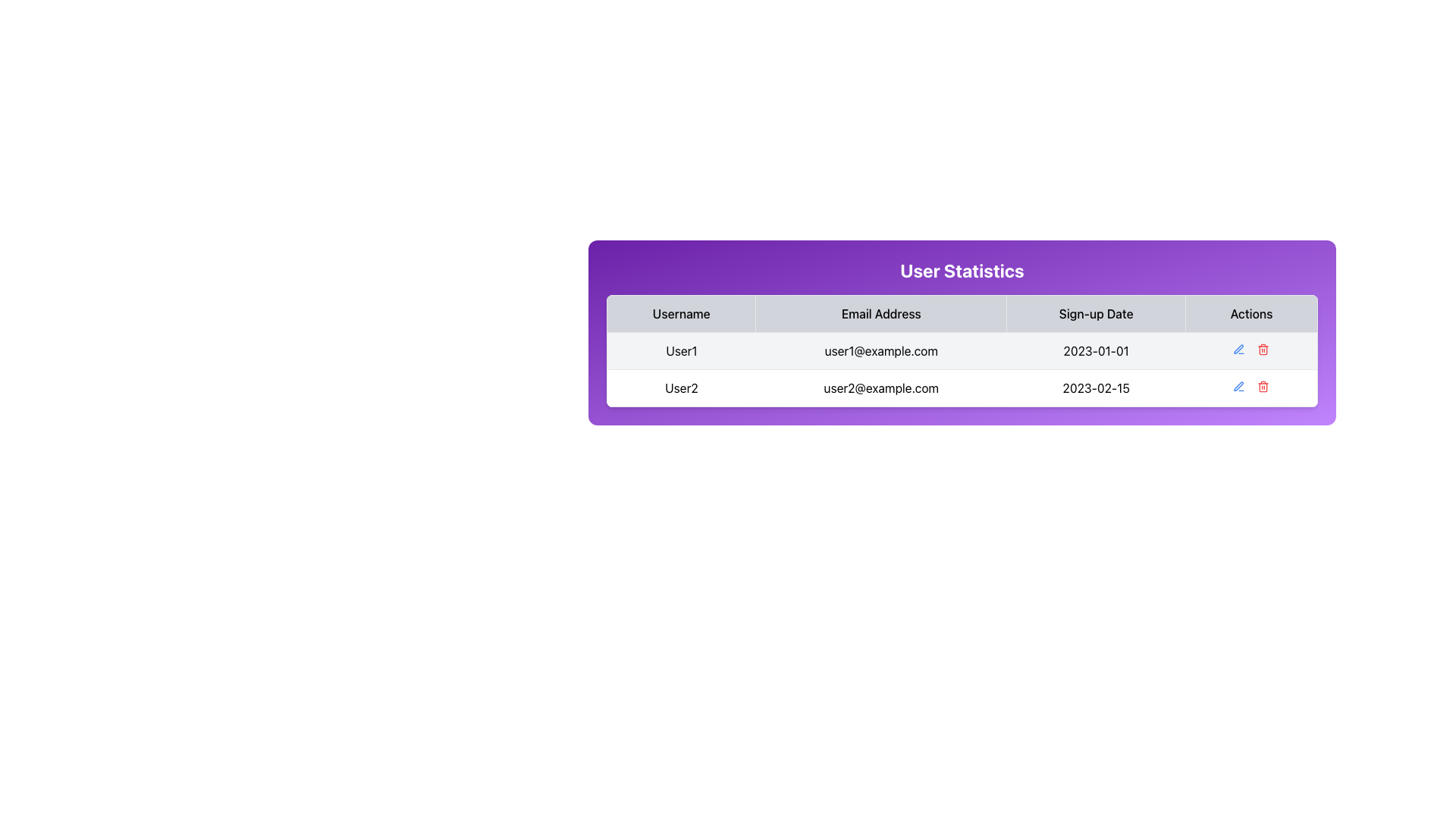  What do you see at coordinates (1096, 350) in the screenshot?
I see `the text label displaying the date '2023-01-01' in the 'Sign-up Date' column for user 'User1' in the data table` at bounding box center [1096, 350].